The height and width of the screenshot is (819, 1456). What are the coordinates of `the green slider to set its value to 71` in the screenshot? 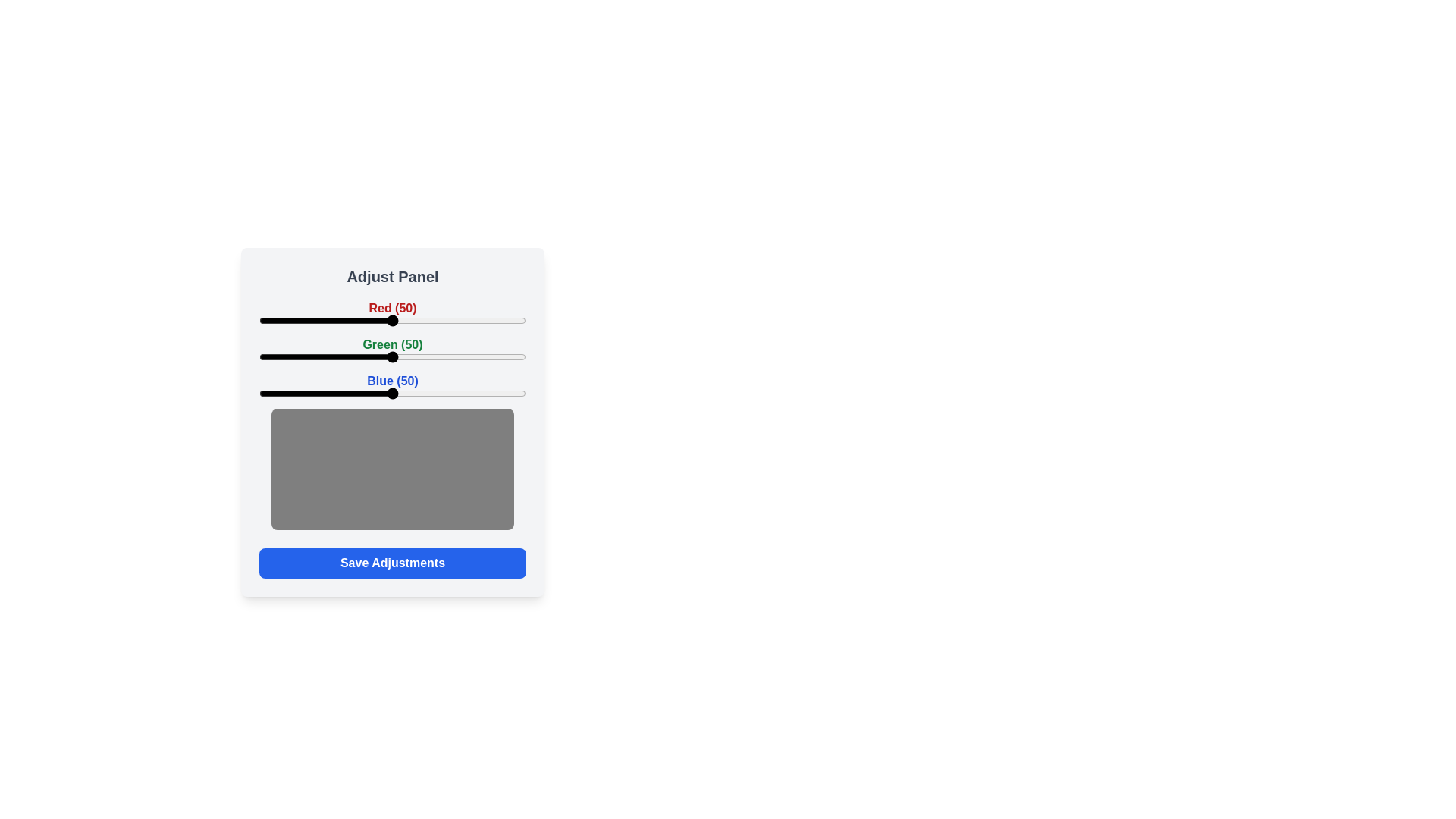 It's located at (447, 356).